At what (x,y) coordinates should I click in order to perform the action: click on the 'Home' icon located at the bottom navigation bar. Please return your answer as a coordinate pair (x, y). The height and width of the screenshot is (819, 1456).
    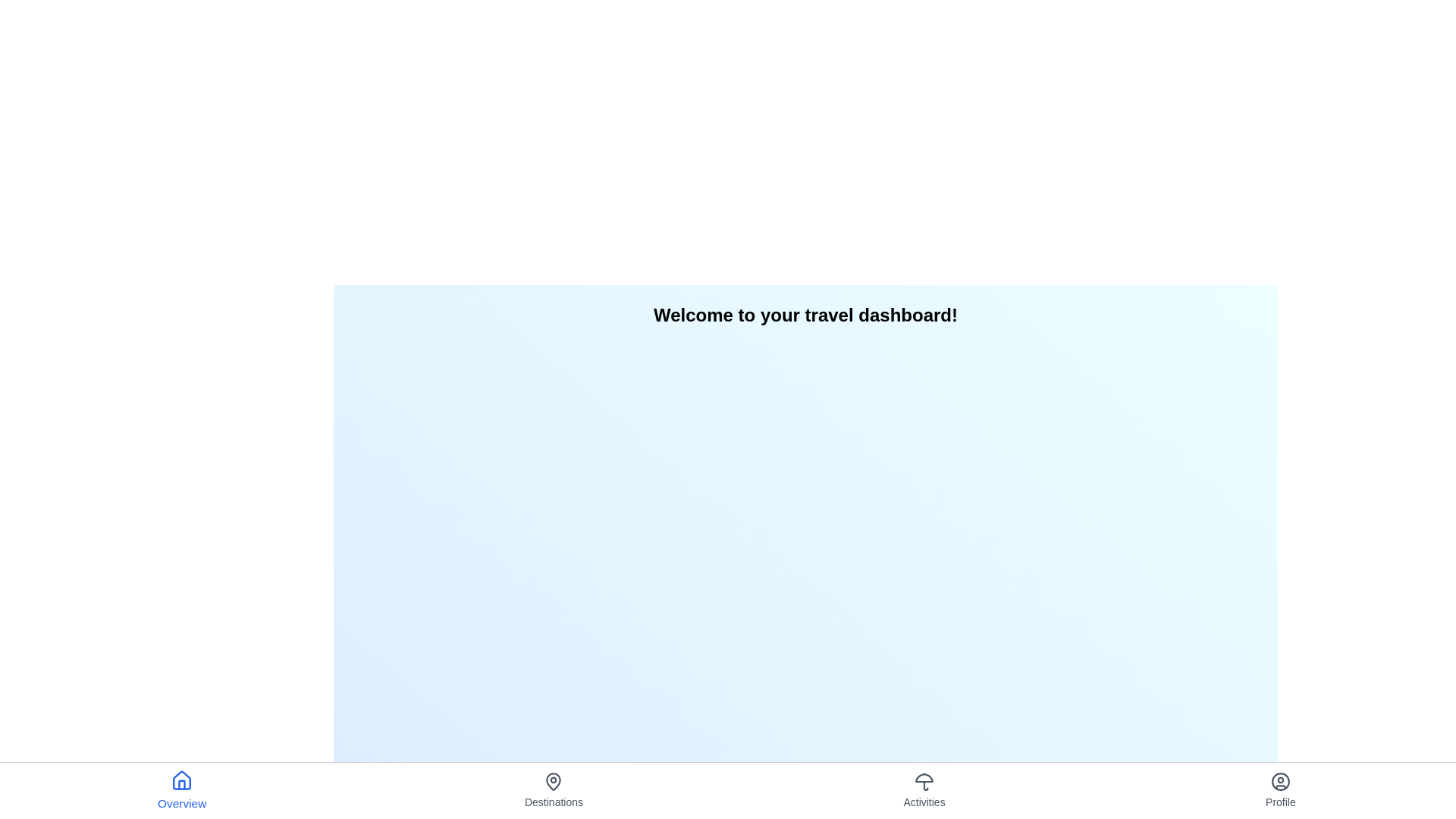
    Looking at the image, I should click on (182, 780).